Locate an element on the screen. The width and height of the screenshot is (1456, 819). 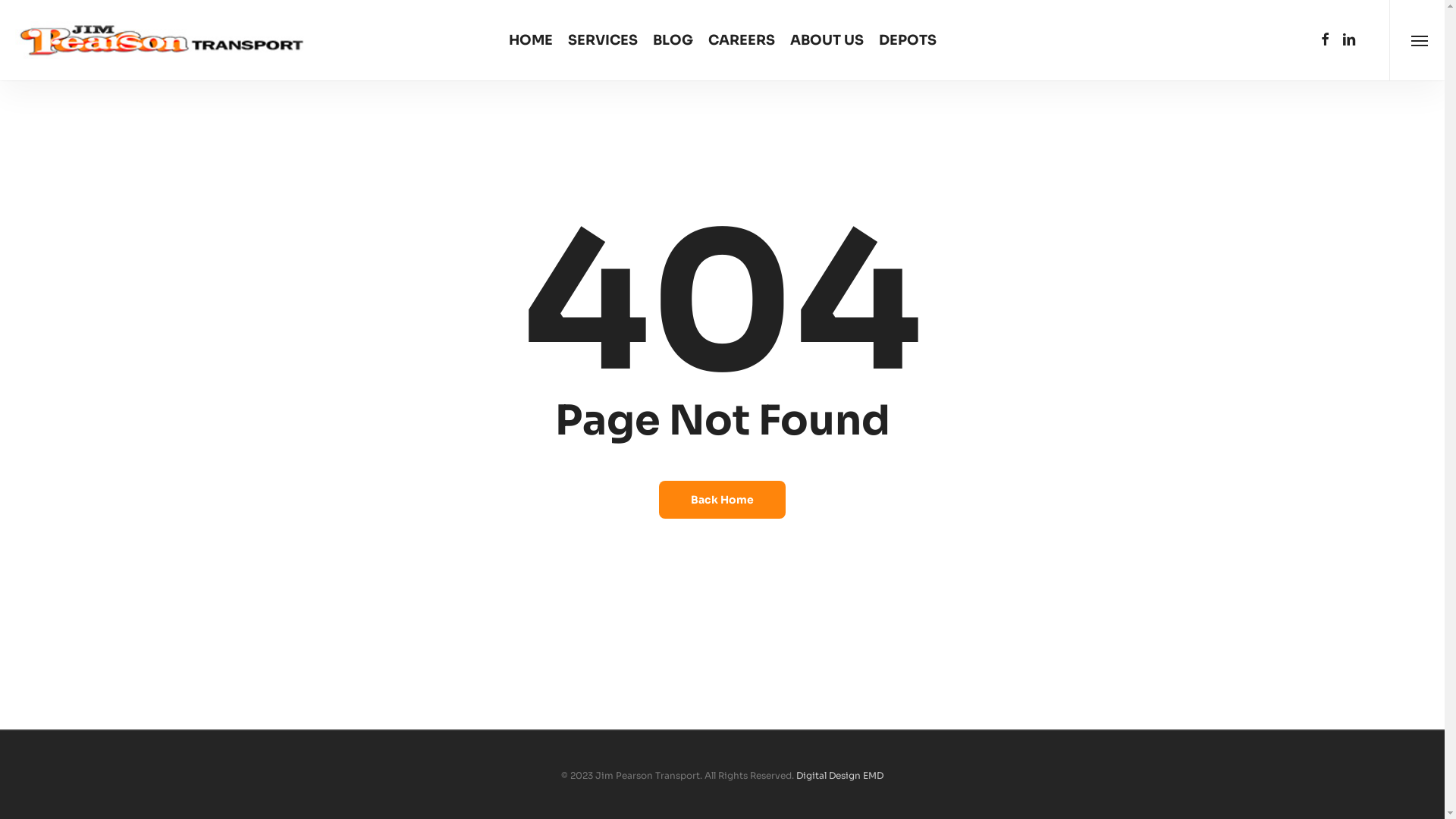
'Digital Design EMD' is located at coordinates (839, 775).